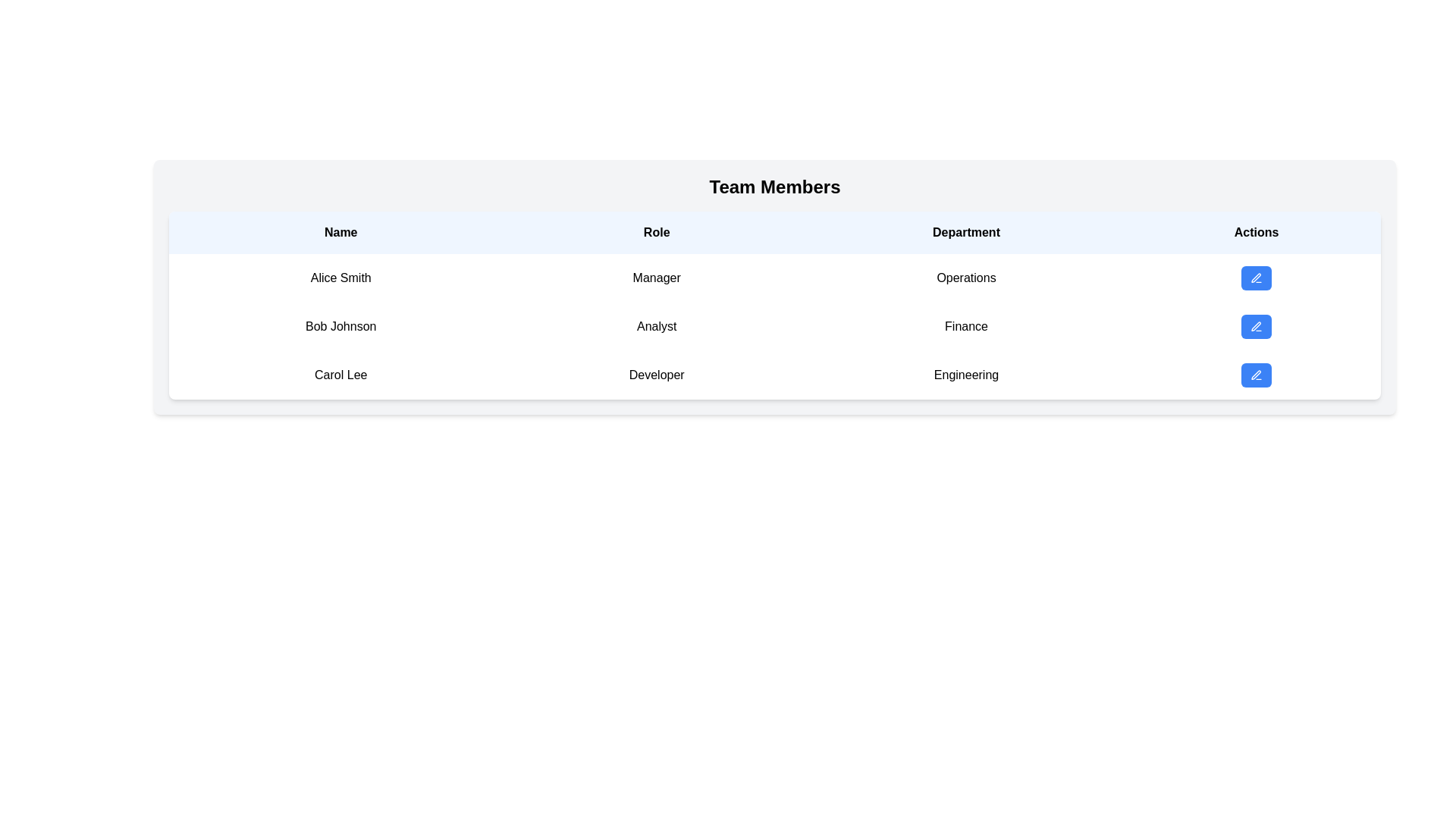 The height and width of the screenshot is (819, 1456). Describe the element at coordinates (1256, 375) in the screenshot. I see `the pen-crossed figure icon in the Actions column of the third row for 'Carol Lee'` at that location.